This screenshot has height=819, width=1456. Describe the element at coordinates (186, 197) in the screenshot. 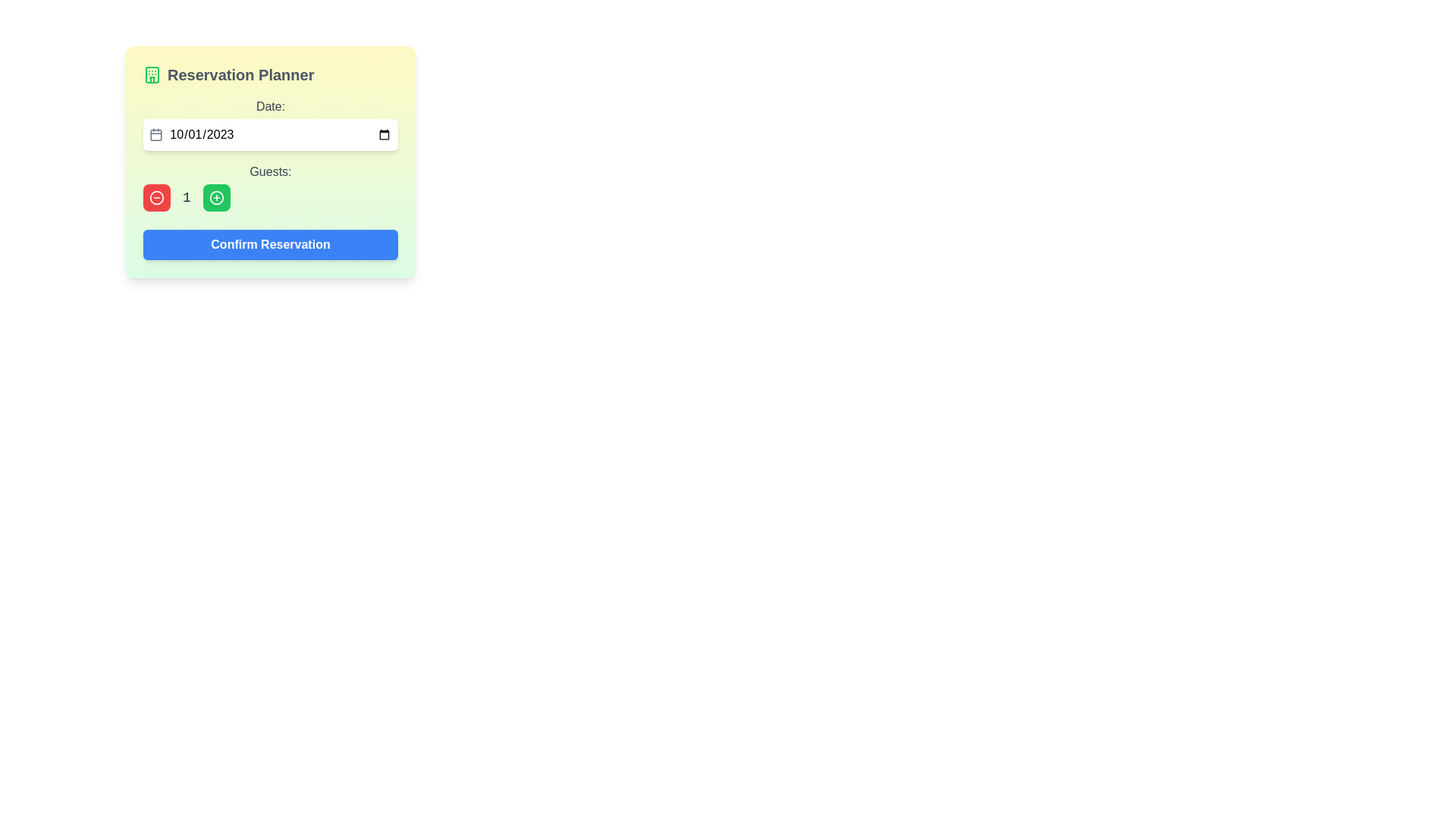

I see `the static text displaying the current count of selected guests, located in the 'Reservation Planner' interface between the red minus button and the green plus button` at that location.